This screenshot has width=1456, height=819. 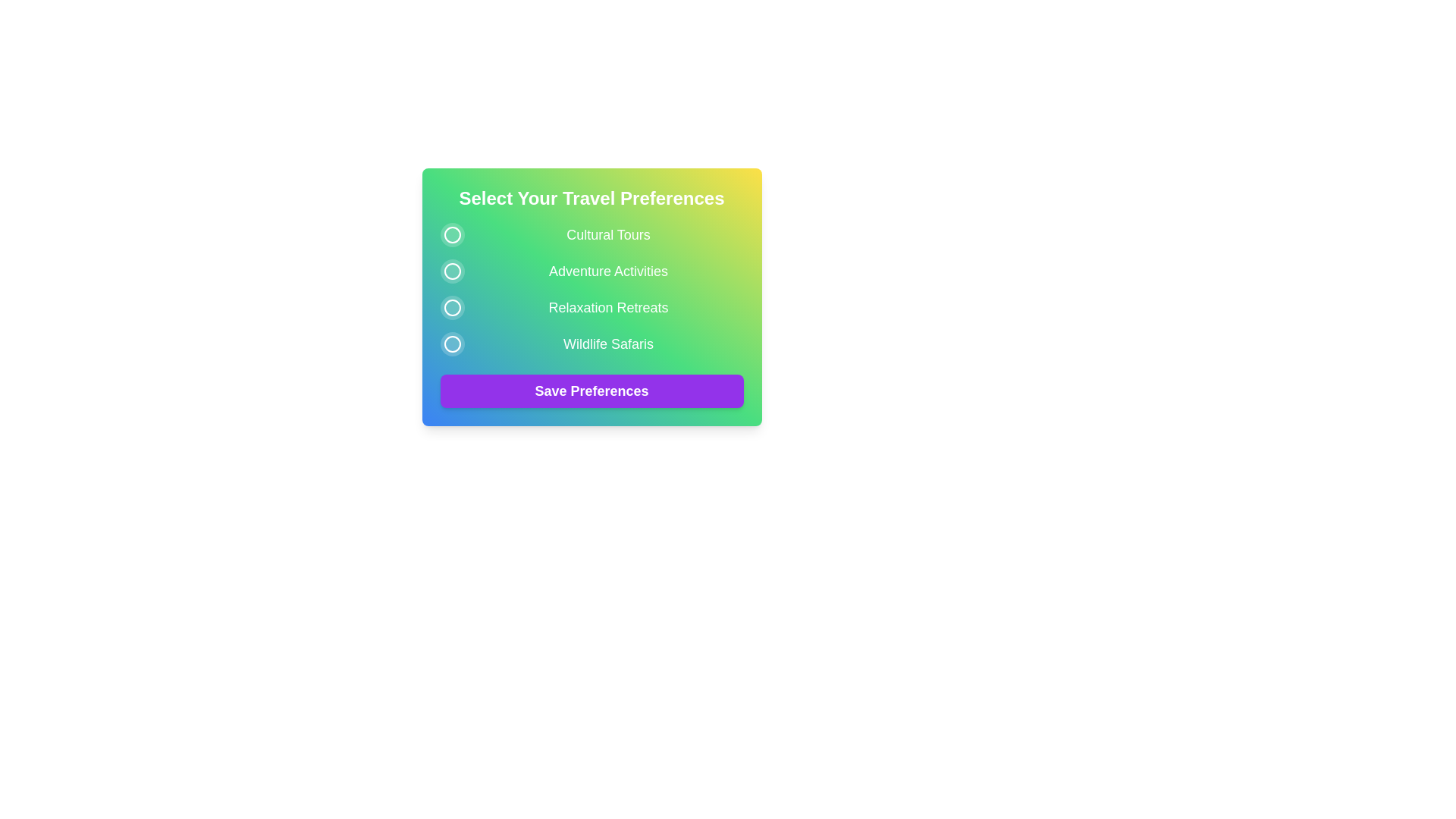 What do you see at coordinates (451, 271) in the screenshot?
I see `the preference button corresponding to Adventure Activities` at bounding box center [451, 271].